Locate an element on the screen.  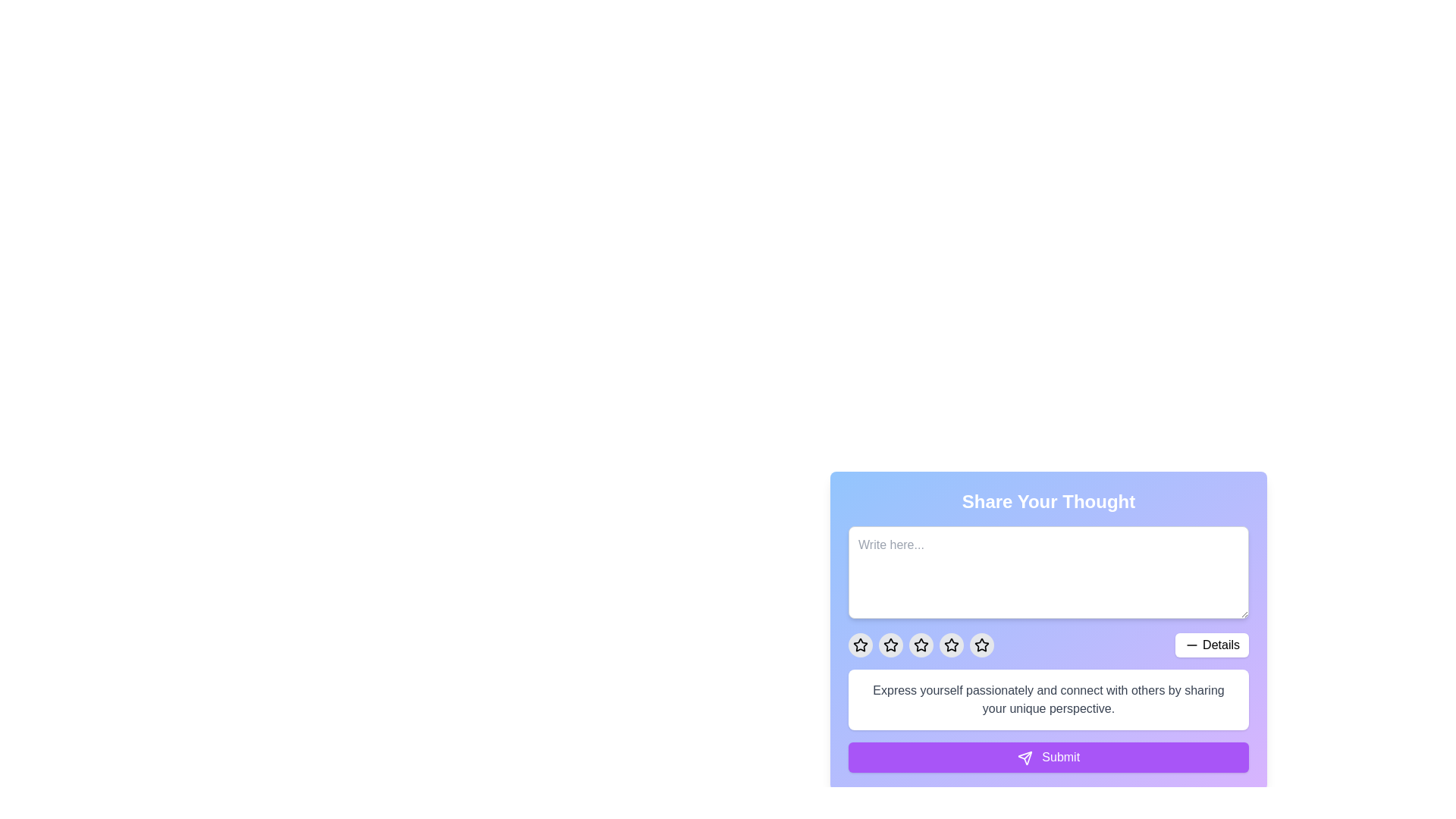
the fourth circular rating button with a star outline icon in its center is located at coordinates (891, 645).